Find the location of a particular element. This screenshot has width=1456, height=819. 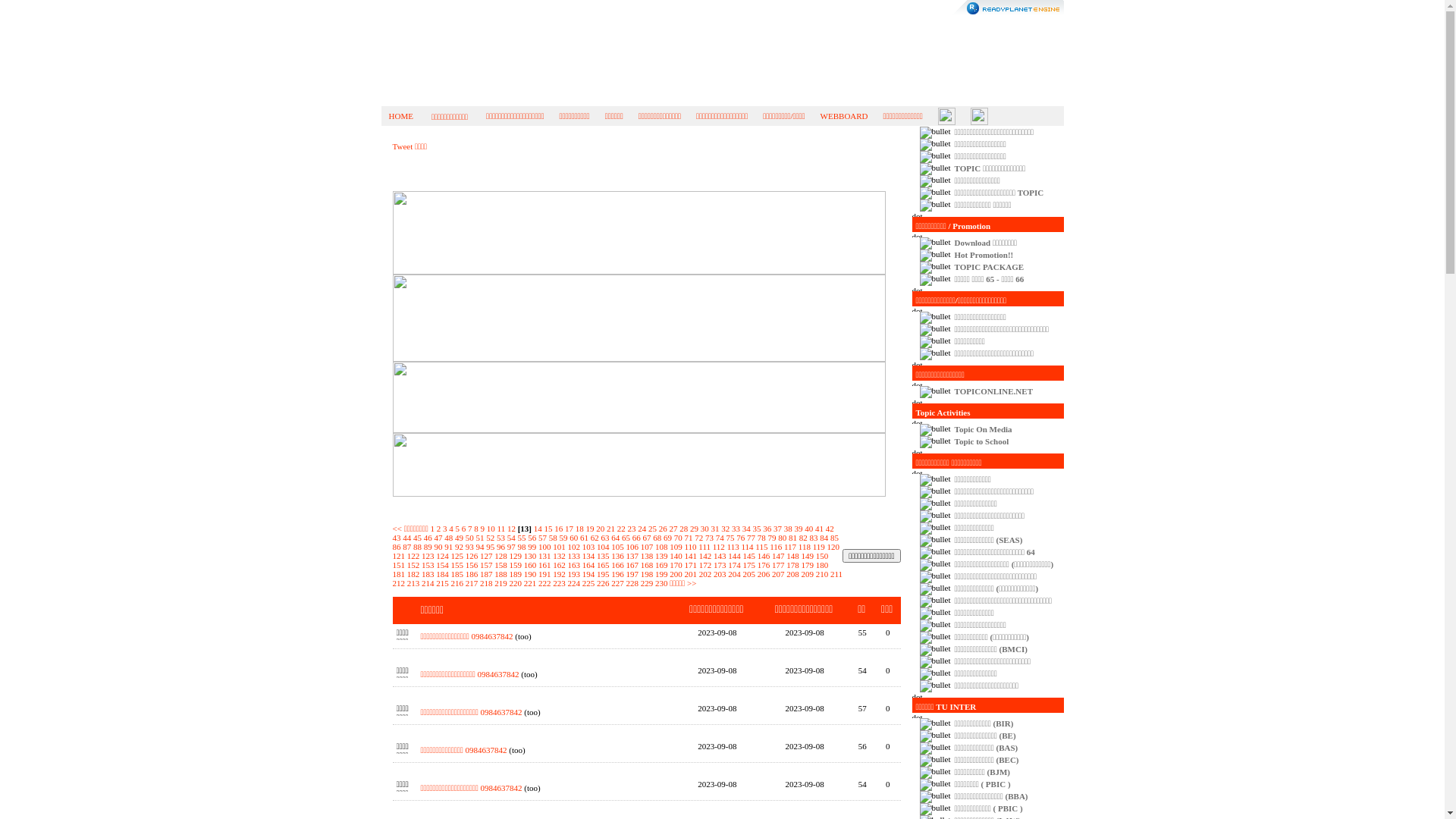

'220' is located at coordinates (516, 582).